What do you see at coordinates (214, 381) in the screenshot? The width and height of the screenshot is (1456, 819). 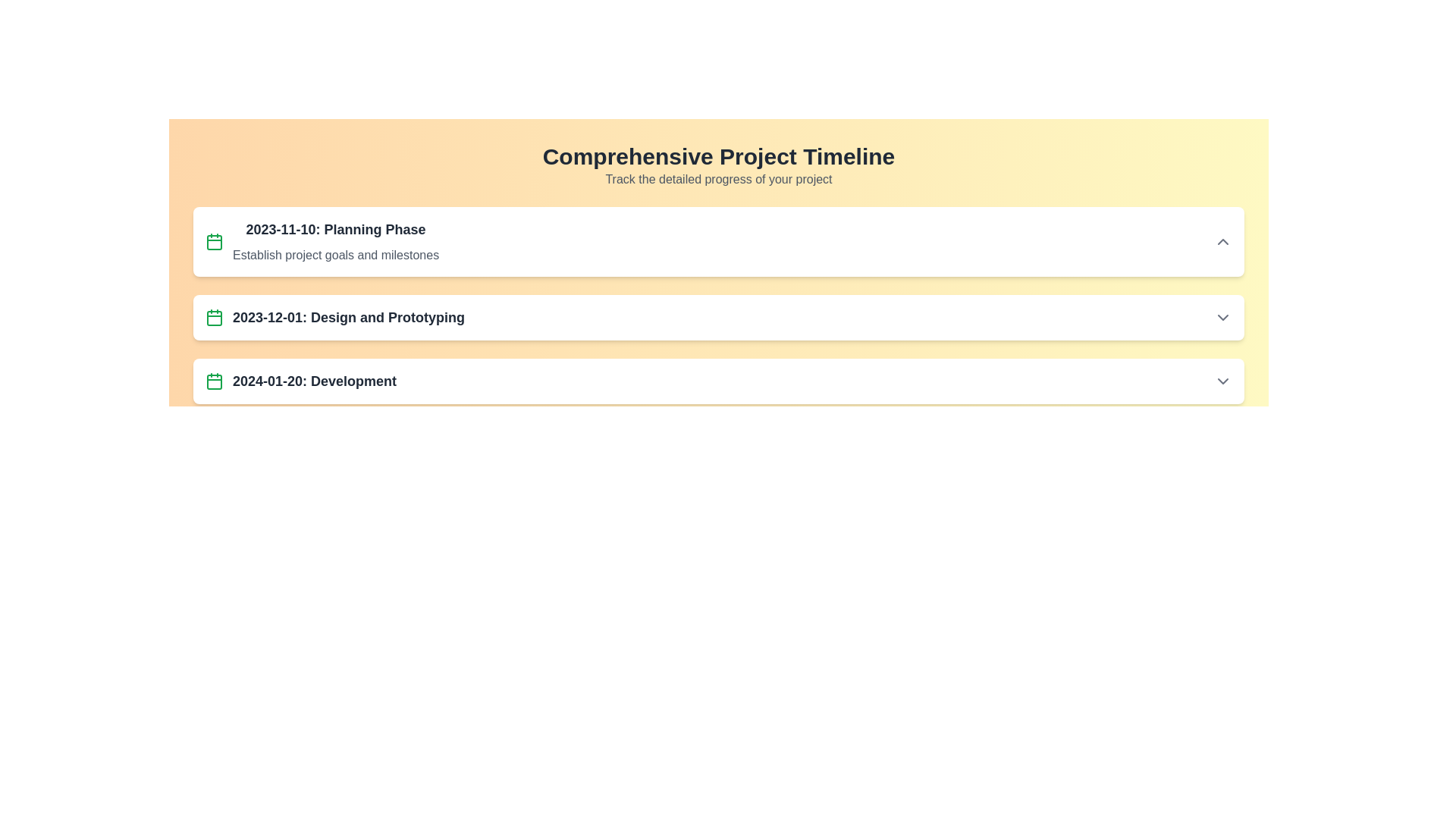 I see `the decorative graphic element (SVG rectangle) that forms the larger rectangular frame of the calendar icon, located adjacent to the timeline event description` at bounding box center [214, 381].